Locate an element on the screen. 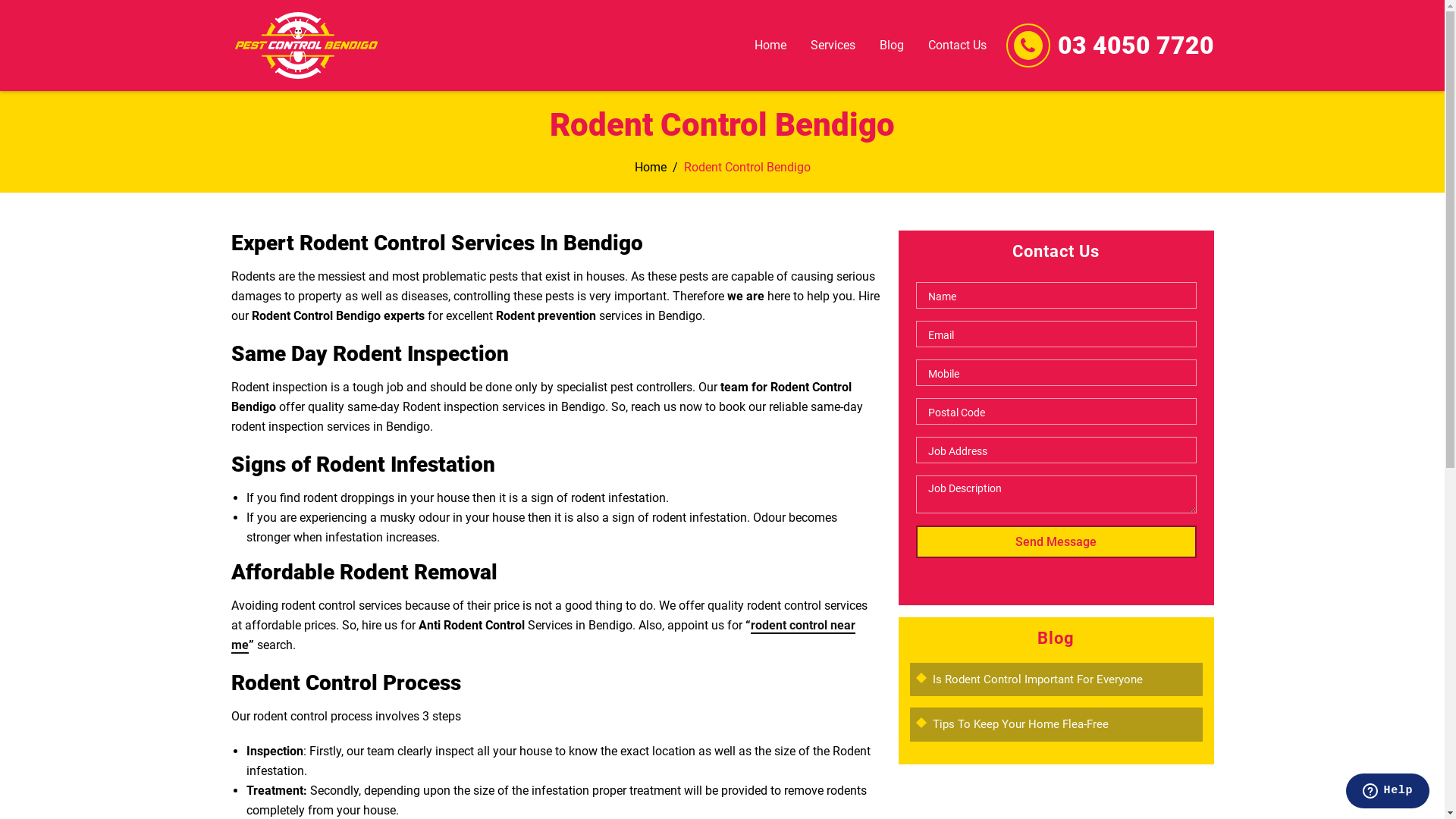  'Services' is located at coordinates (832, 45).